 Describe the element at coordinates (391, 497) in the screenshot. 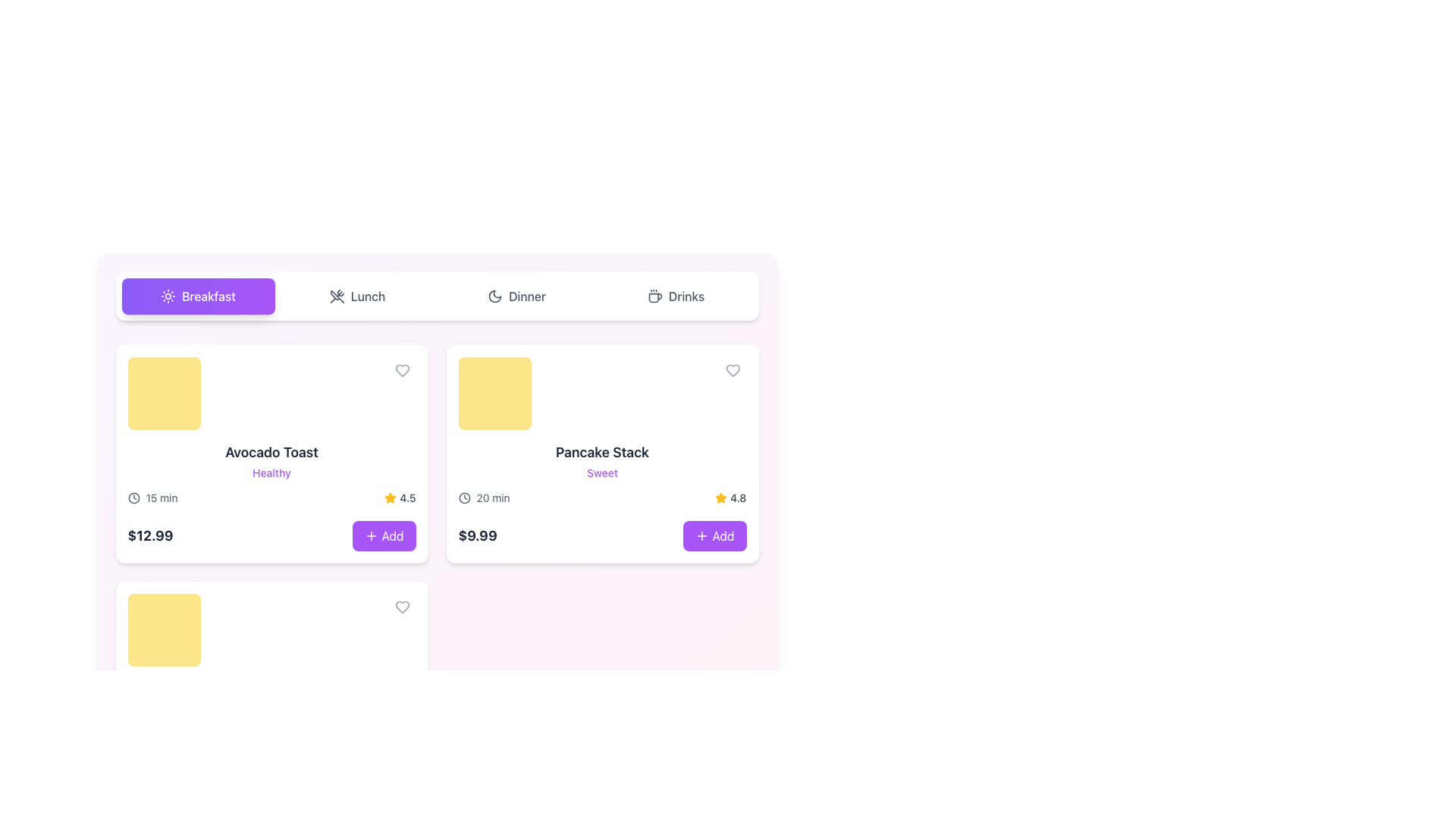

I see `golden star icon used for ratings located next to the text '4.5' in the 'Avocado Toast' card, positioned before the 'Add' button` at that location.